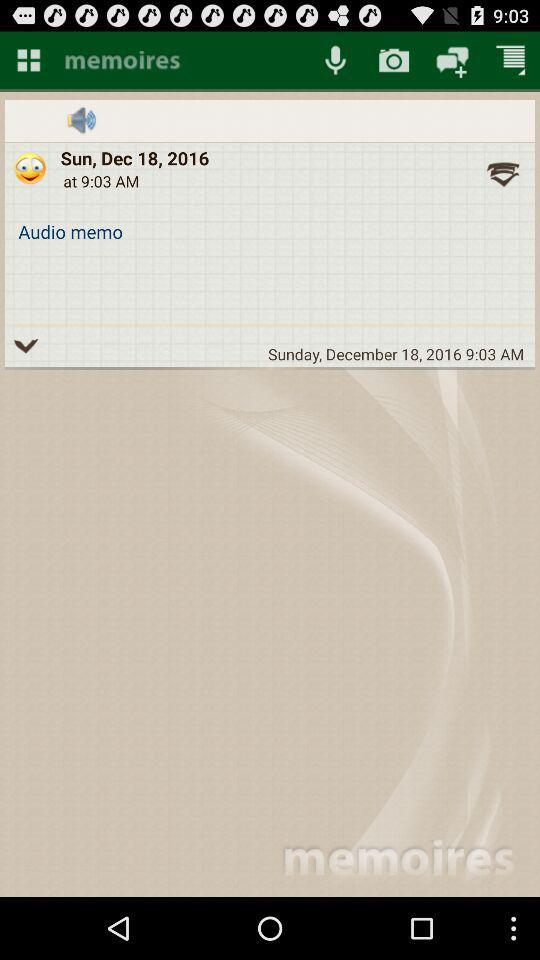 This screenshot has width=540, height=960. Describe the element at coordinates (452, 64) in the screenshot. I see `the chat icon` at that location.